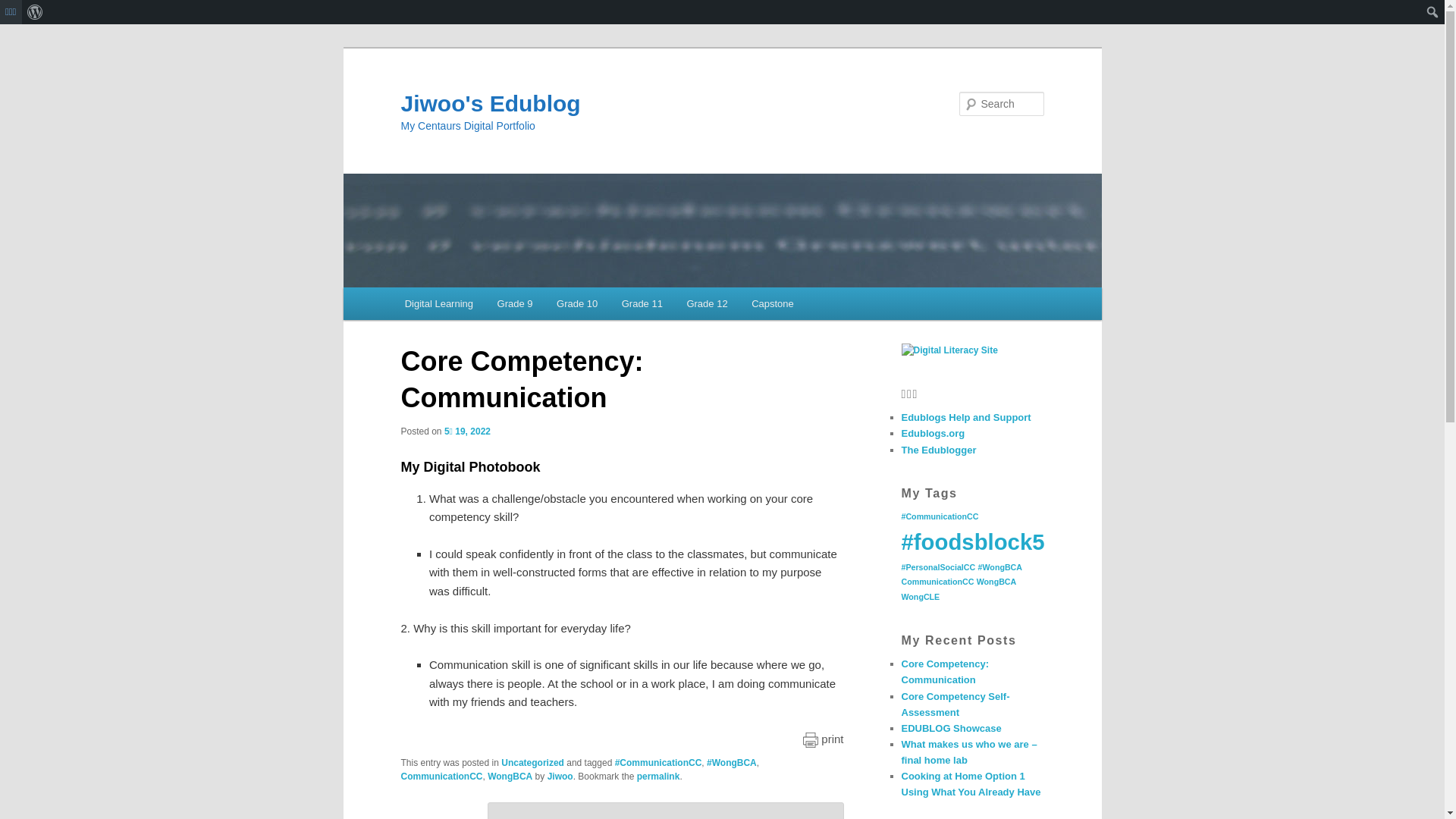 Image resolution: width=1456 pixels, height=819 pixels. Describe the element at coordinates (472, 306) in the screenshot. I see `'Skip to primary content'` at that location.